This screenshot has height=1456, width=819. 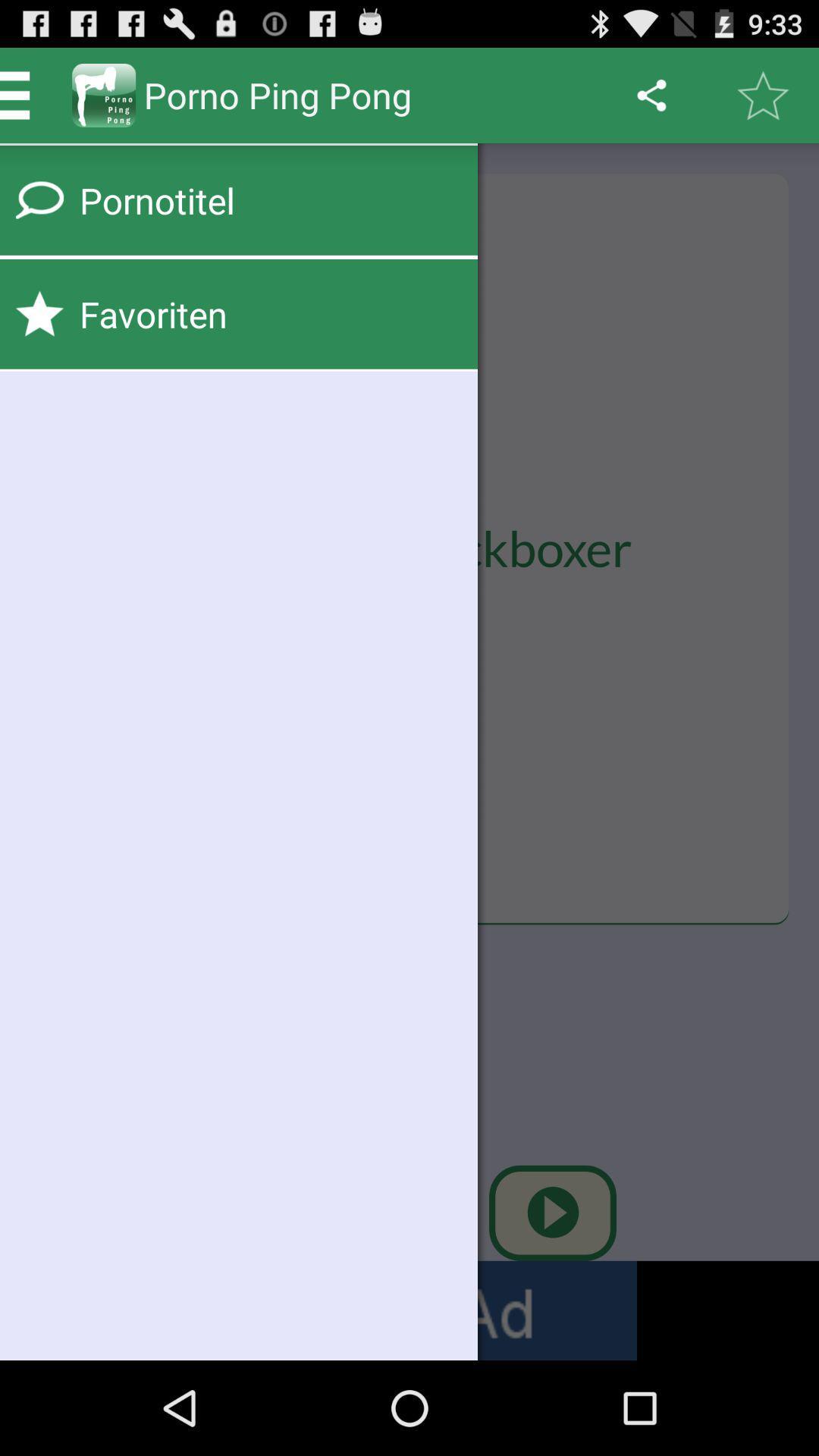 I want to click on the star button which is at top right corner of the web page, so click(x=763, y=94).